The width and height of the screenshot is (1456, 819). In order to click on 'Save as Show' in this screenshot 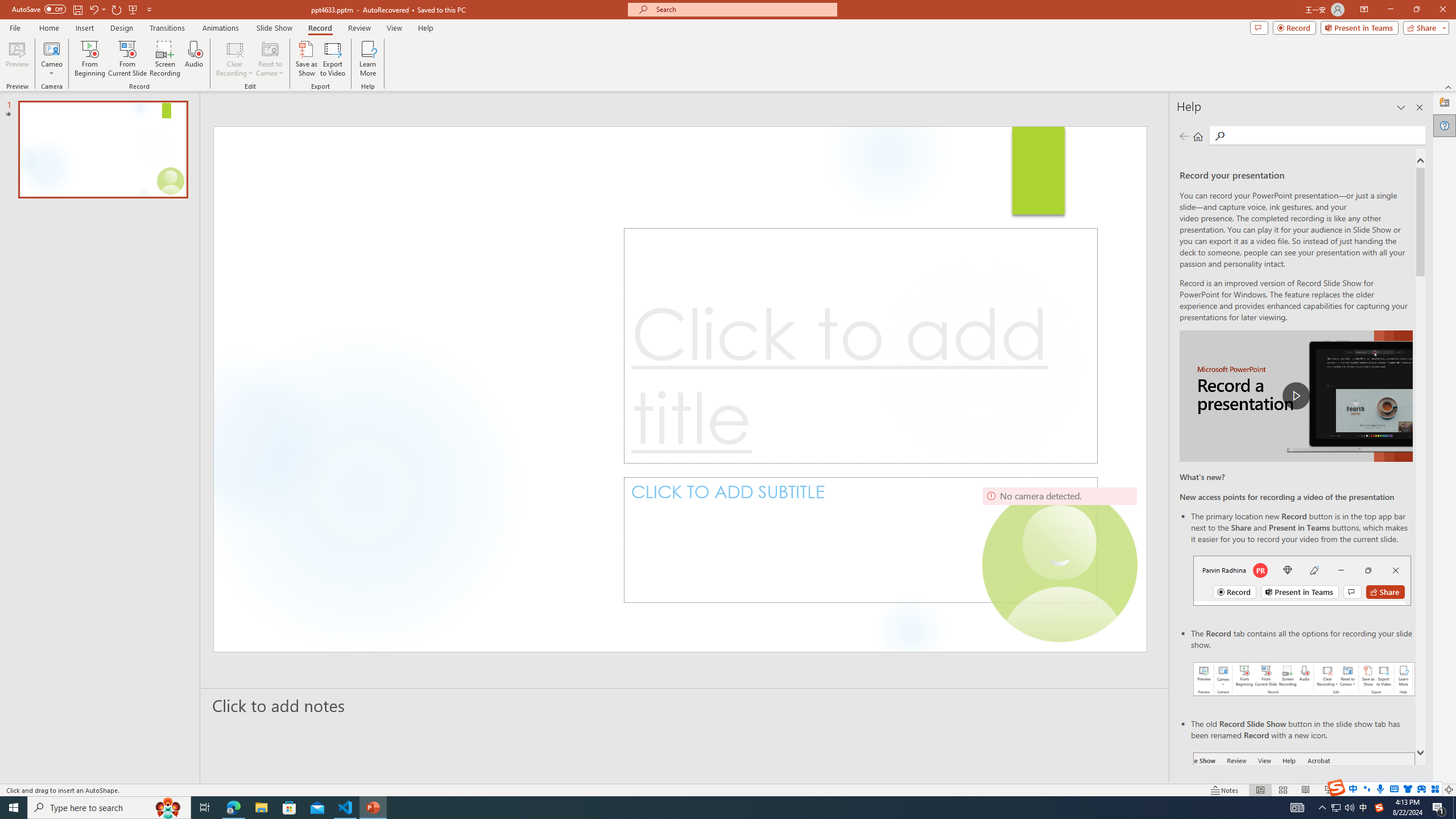, I will do `click(306, 59)`.